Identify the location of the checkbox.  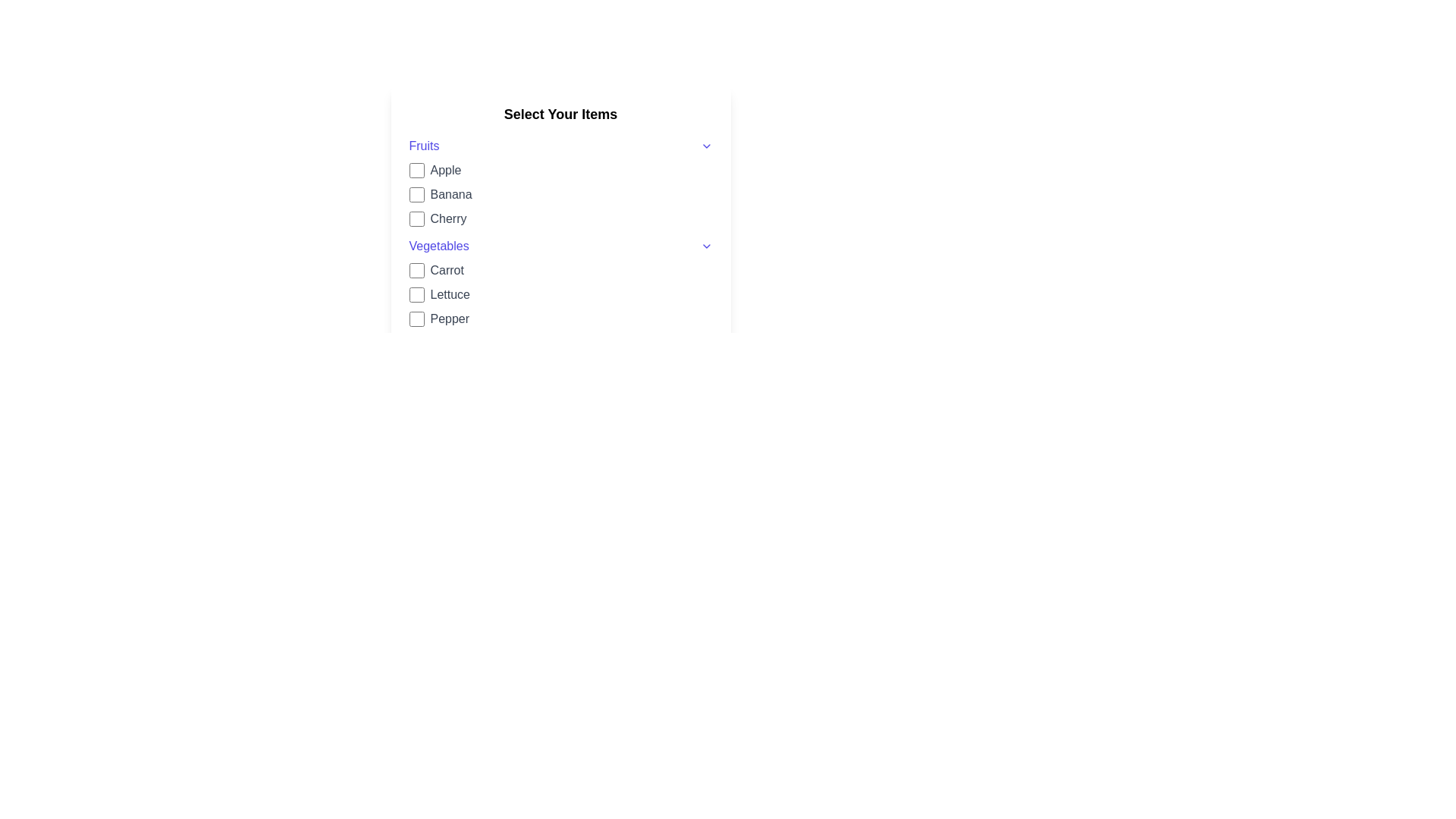
(416, 219).